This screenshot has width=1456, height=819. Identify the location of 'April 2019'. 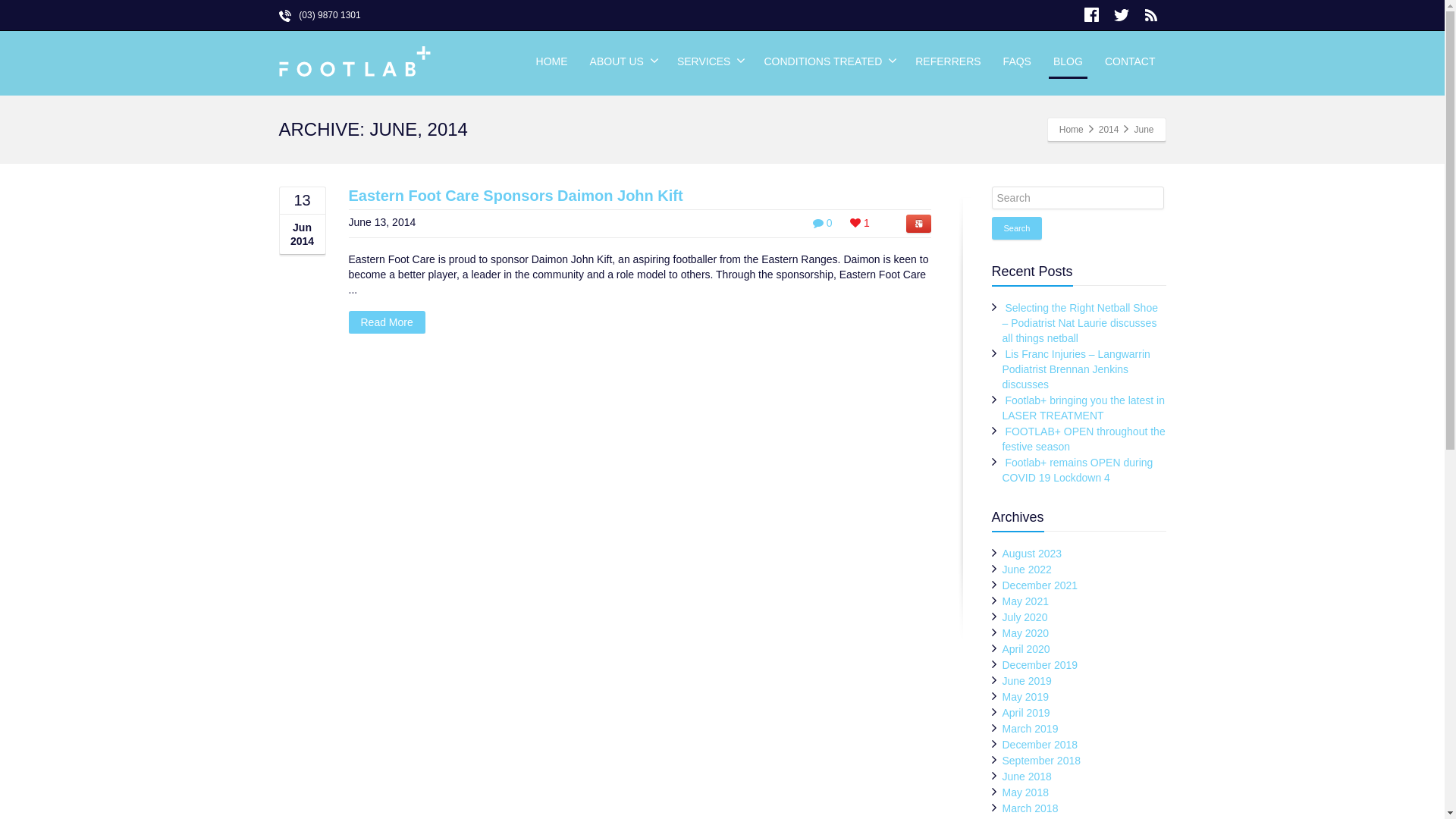
(1026, 713).